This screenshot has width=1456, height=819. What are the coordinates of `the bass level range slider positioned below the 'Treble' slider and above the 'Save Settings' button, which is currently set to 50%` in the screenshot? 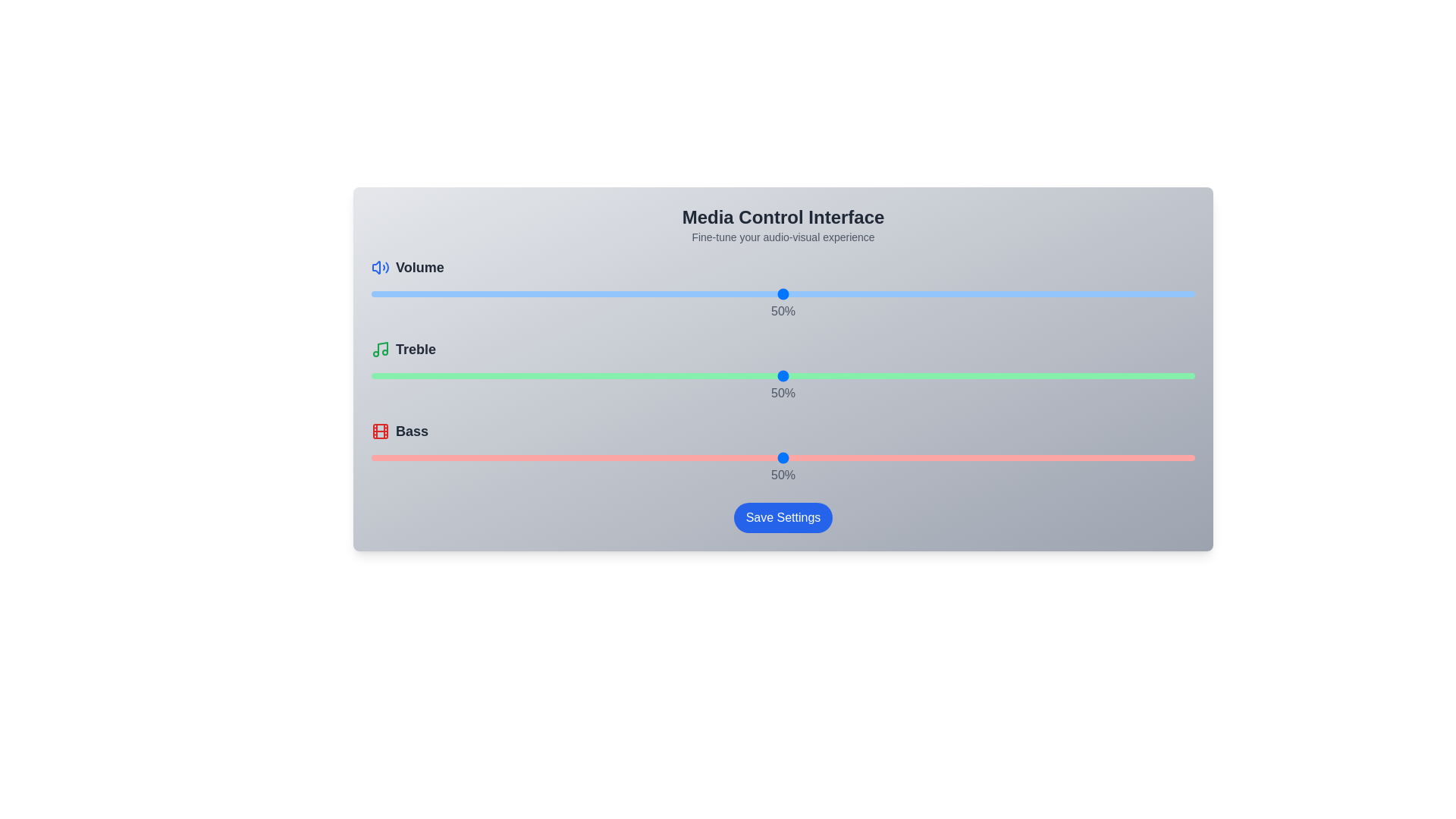 It's located at (783, 457).